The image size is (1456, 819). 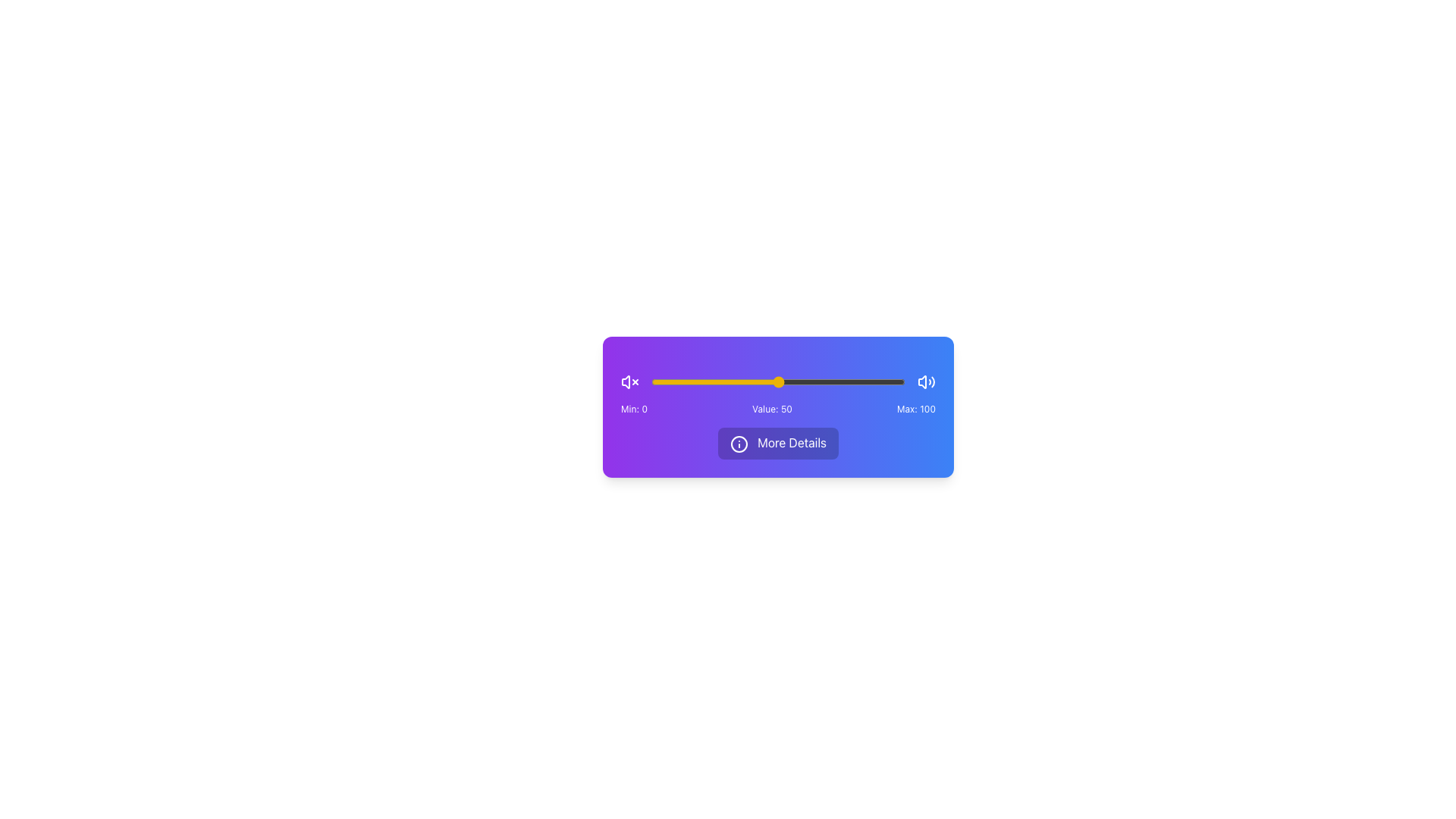 What do you see at coordinates (714, 381) in the screenshot?
I see `the slider value` at bounding box center [714, 381].